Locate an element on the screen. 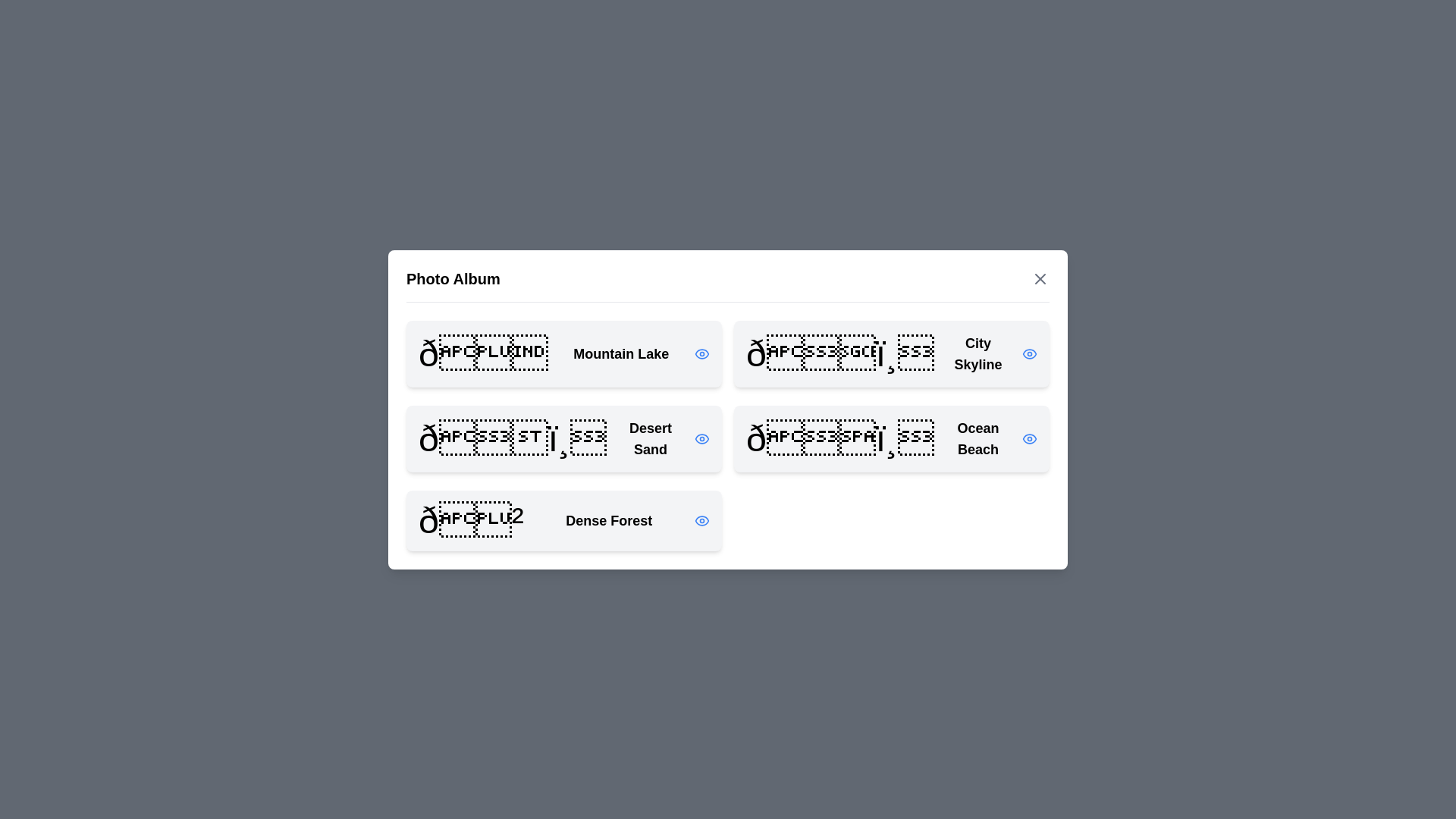 The image size is (1456, 819). 'eye' icon next to the photo titled 'Mountain Lake' to view it in detail is located at coordinates (701, 353).